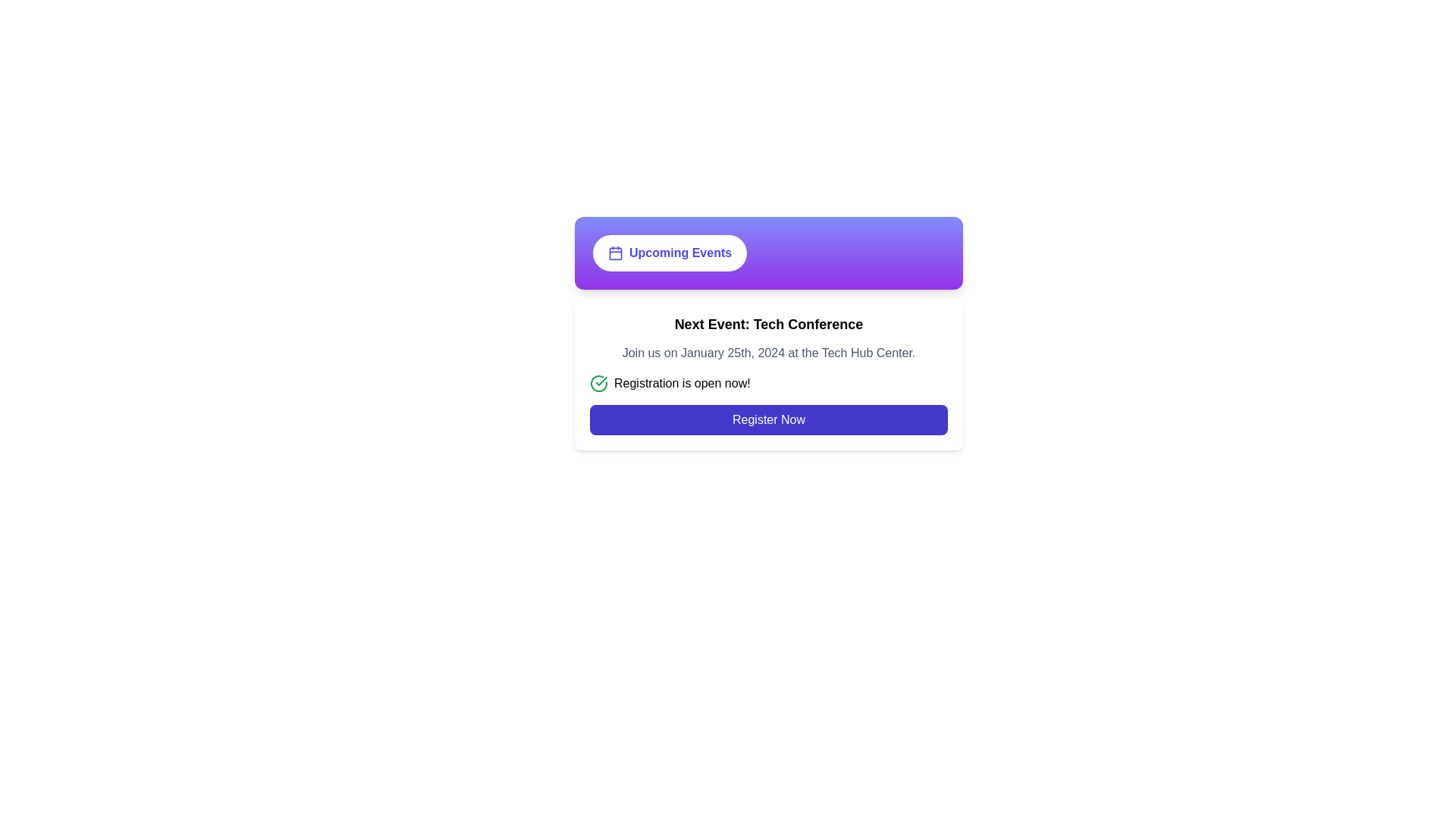 The height and width of the screenshot is (819, 1456). What do you see at coordinates (598, 382) in the screenshot?
I see `the circular green icon with a checkmark at its center, which symbolizes confirmation or success, located to the left of the text 'Registration is open now!'` at bounding box center [598, 382].